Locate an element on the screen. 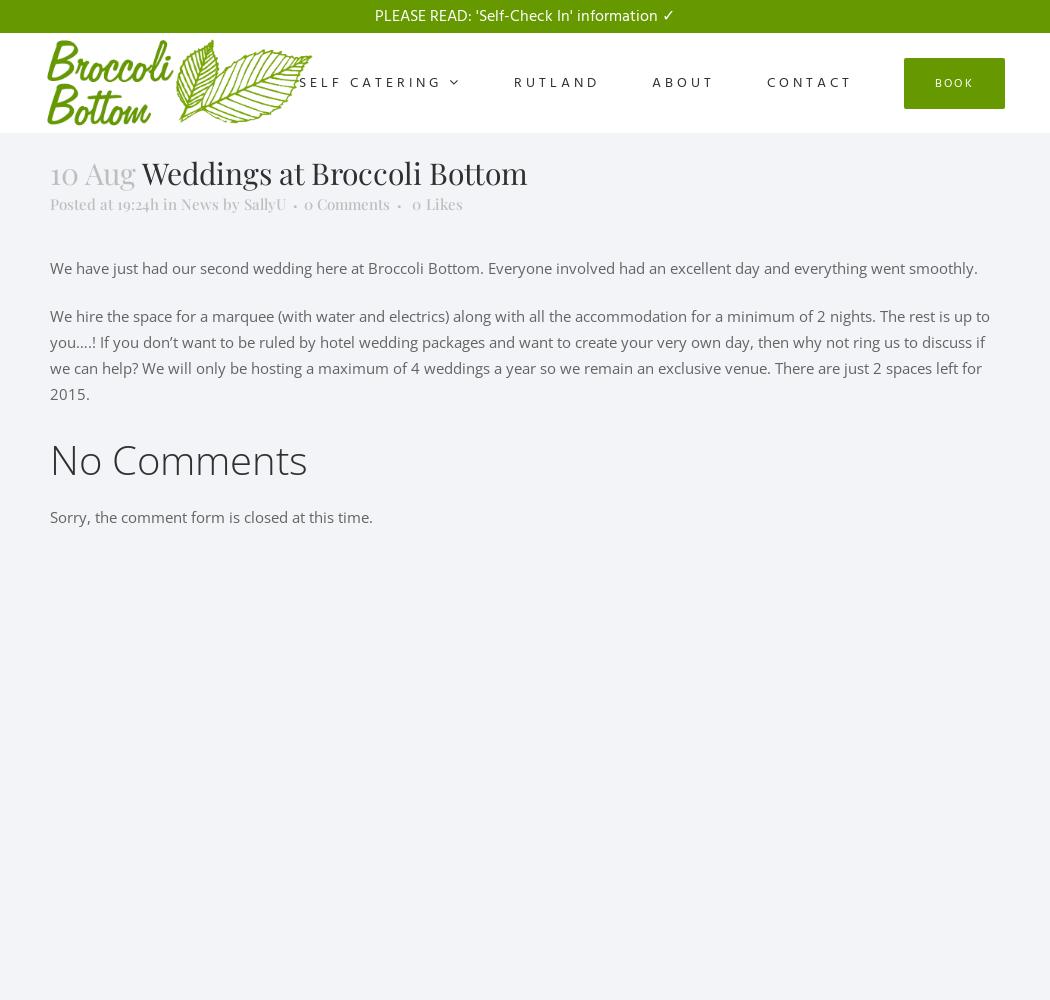 Image resolution: width=1050 pixels, height=1000 pixels. 'No Comments' is located at coordinates (179, 458).